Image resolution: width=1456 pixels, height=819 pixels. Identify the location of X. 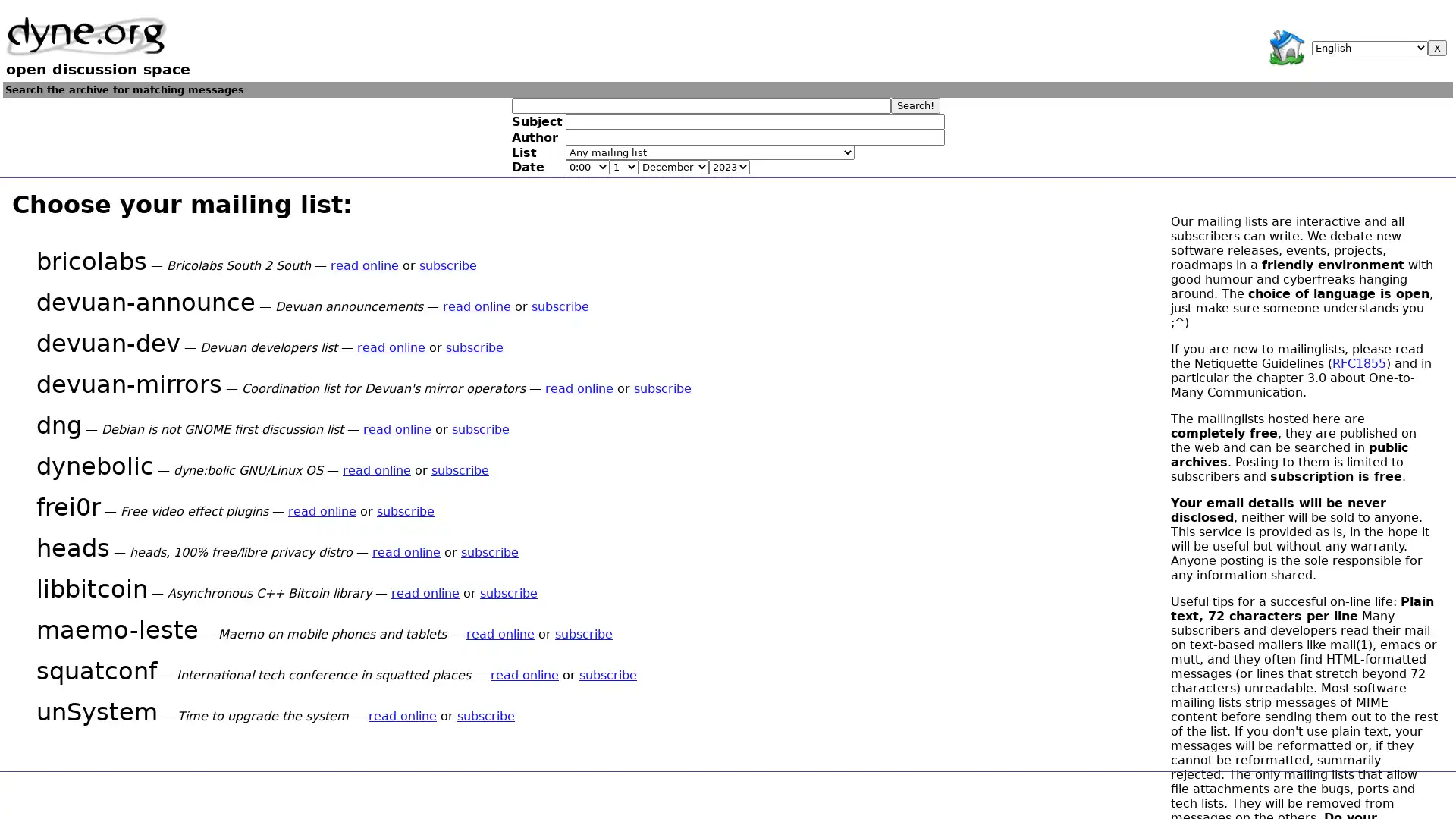
(1436, 47).